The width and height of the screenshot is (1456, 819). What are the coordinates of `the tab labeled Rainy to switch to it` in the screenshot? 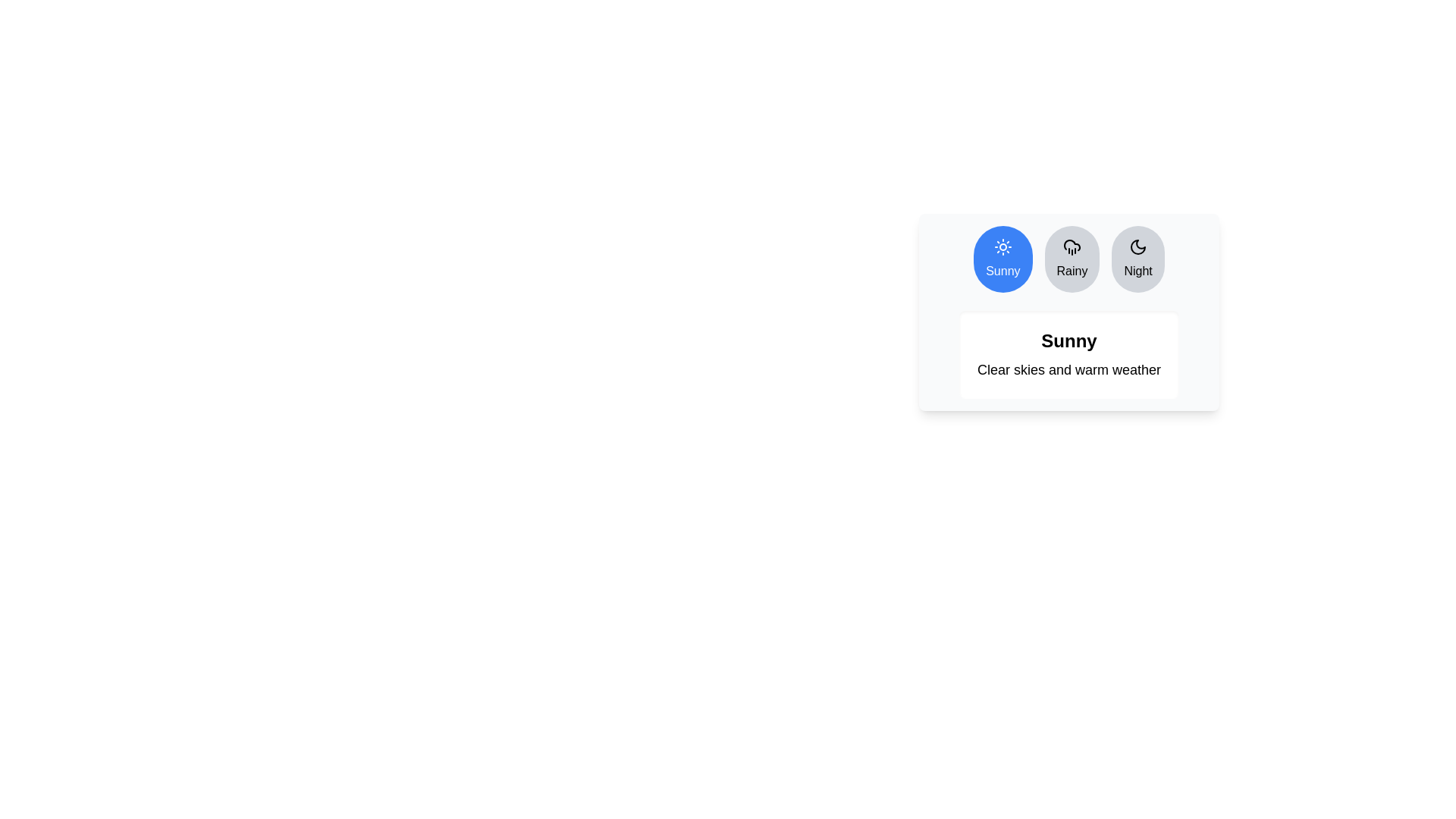 It's located at (1072, 259).